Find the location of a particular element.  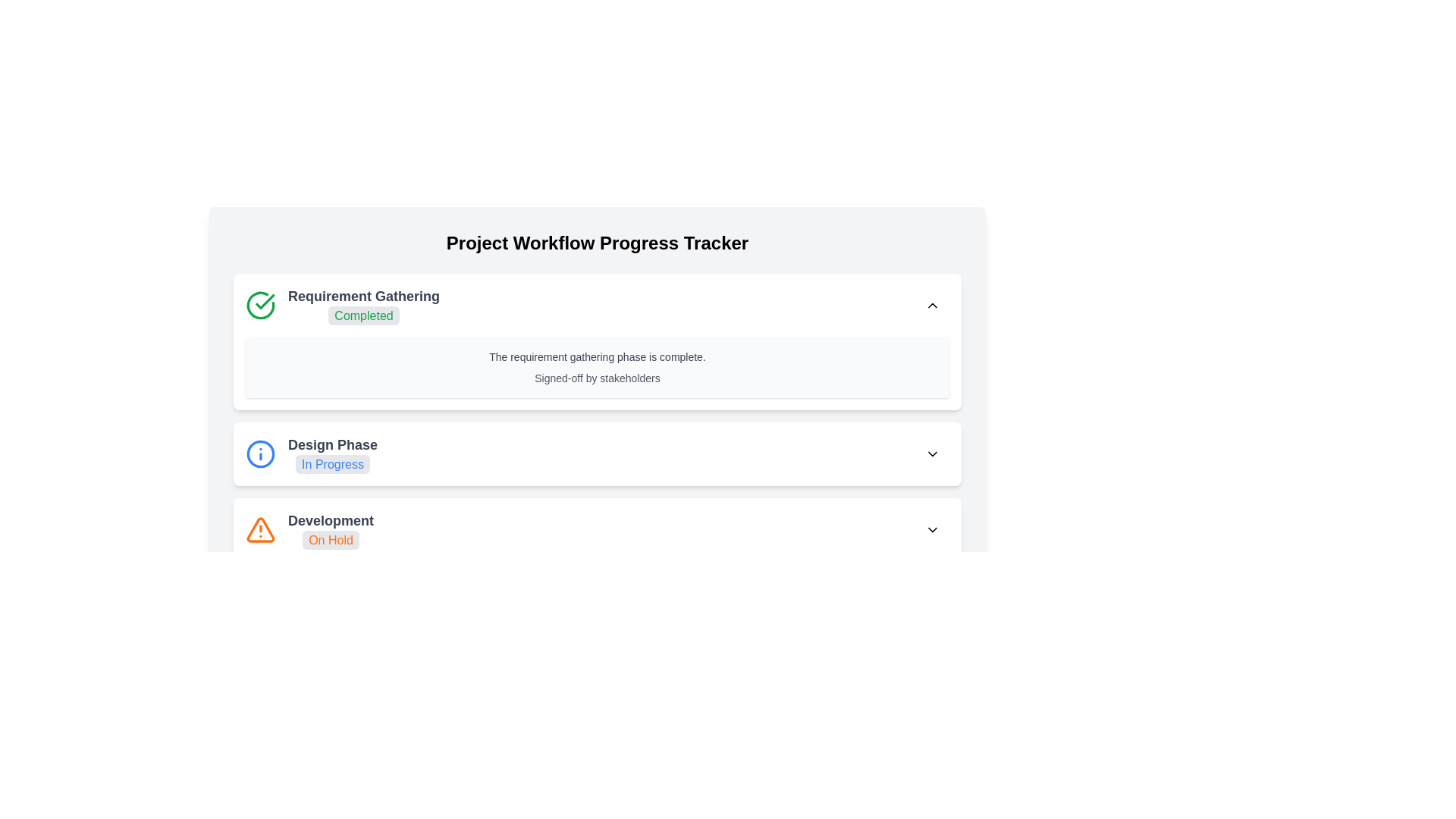

the circular button with a downward-pointing chevron icon located at the far right of the 'Design Phase' section in the Project Workflow Progress Tracker interface is located at coordinates (931, 453).